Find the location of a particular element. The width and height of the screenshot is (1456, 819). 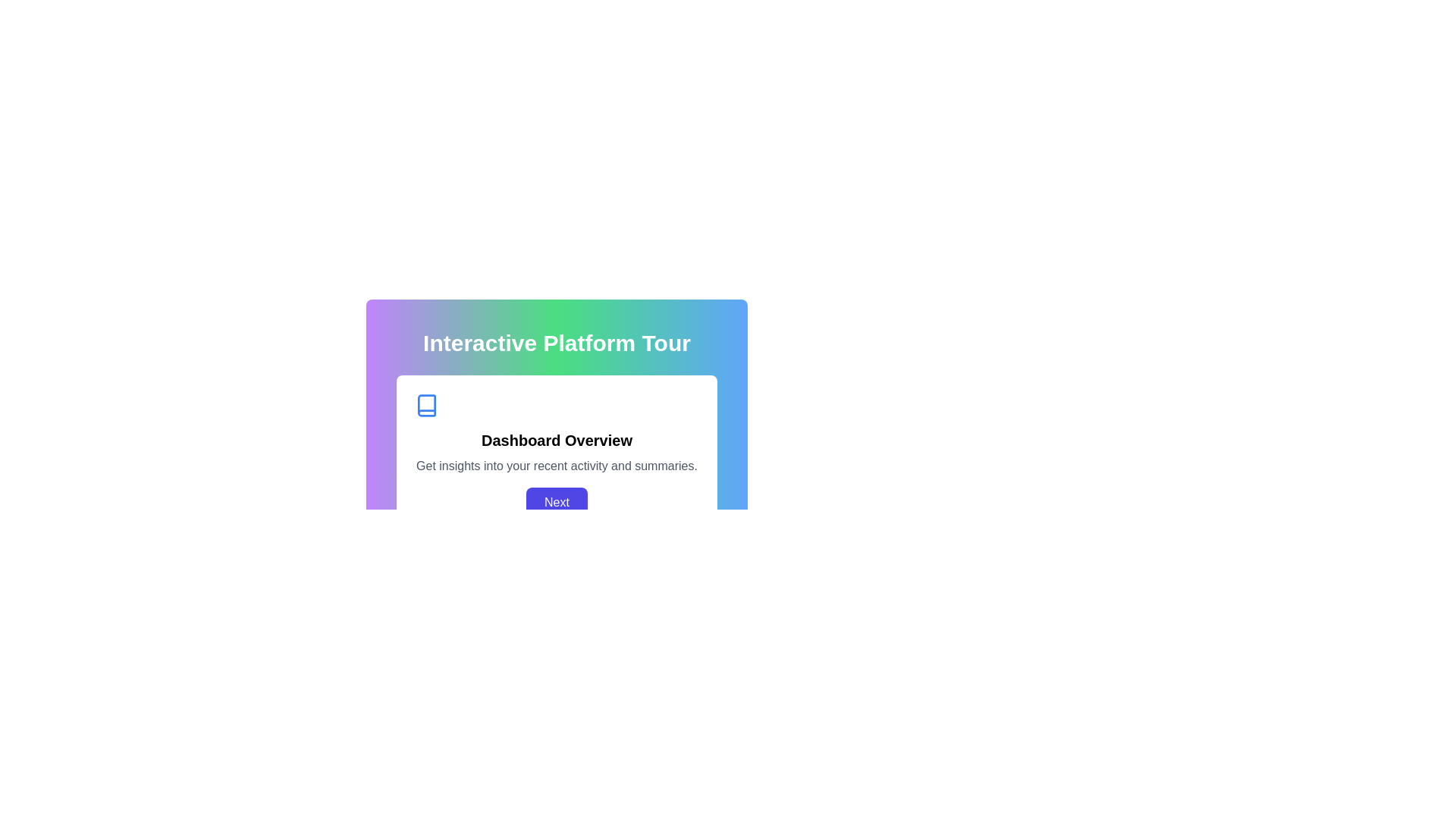

text content of the Text Header labeled 'Dashboard Overview', which is a larger and bold font, centrally positioned within a white rounded rectangular panel is located at coordinates (556, 441).